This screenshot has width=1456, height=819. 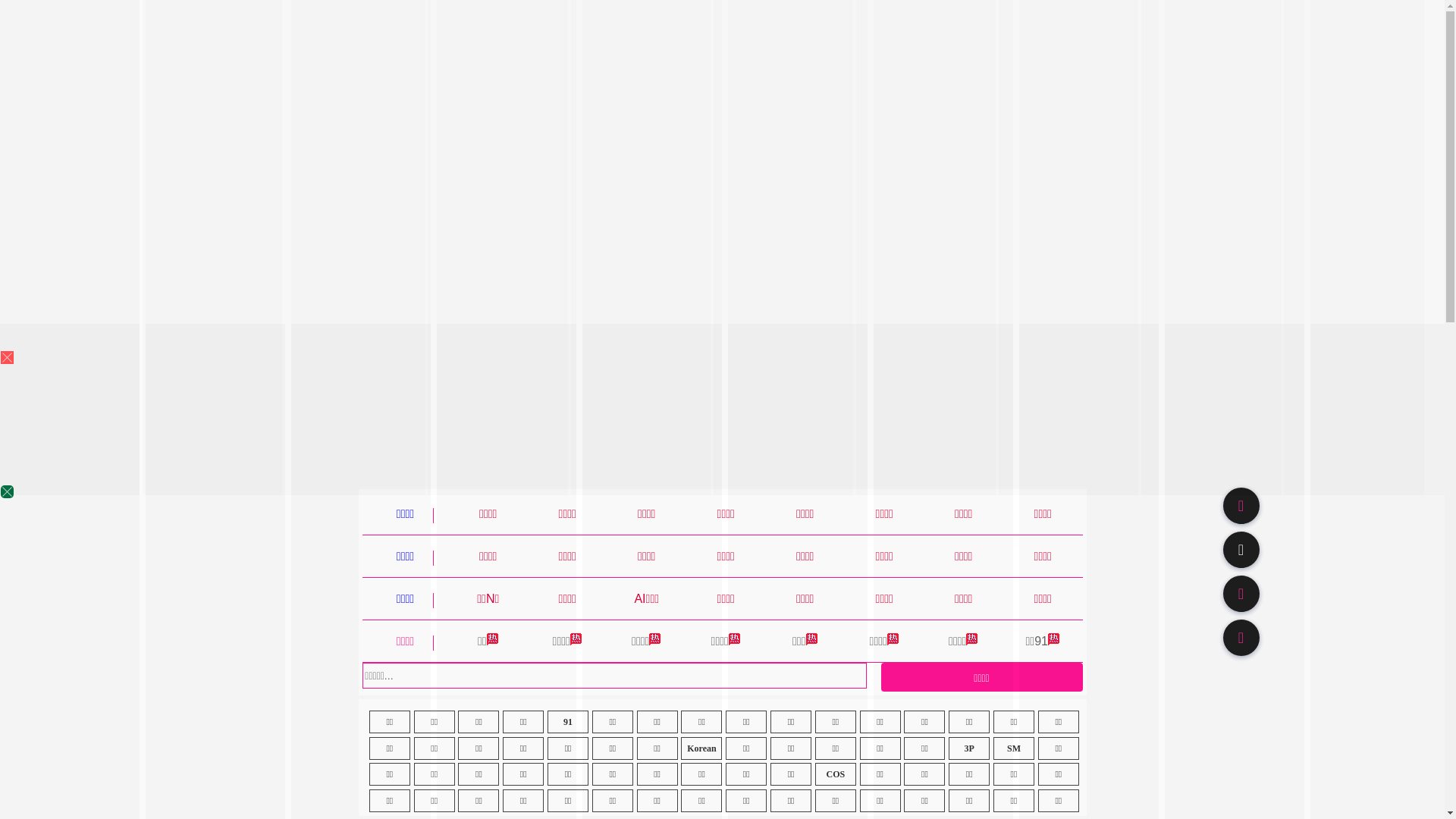 What do you see at coordinates (835, 774) in the screenshot?
I see `'COS'` at bounding box center [835, 774].